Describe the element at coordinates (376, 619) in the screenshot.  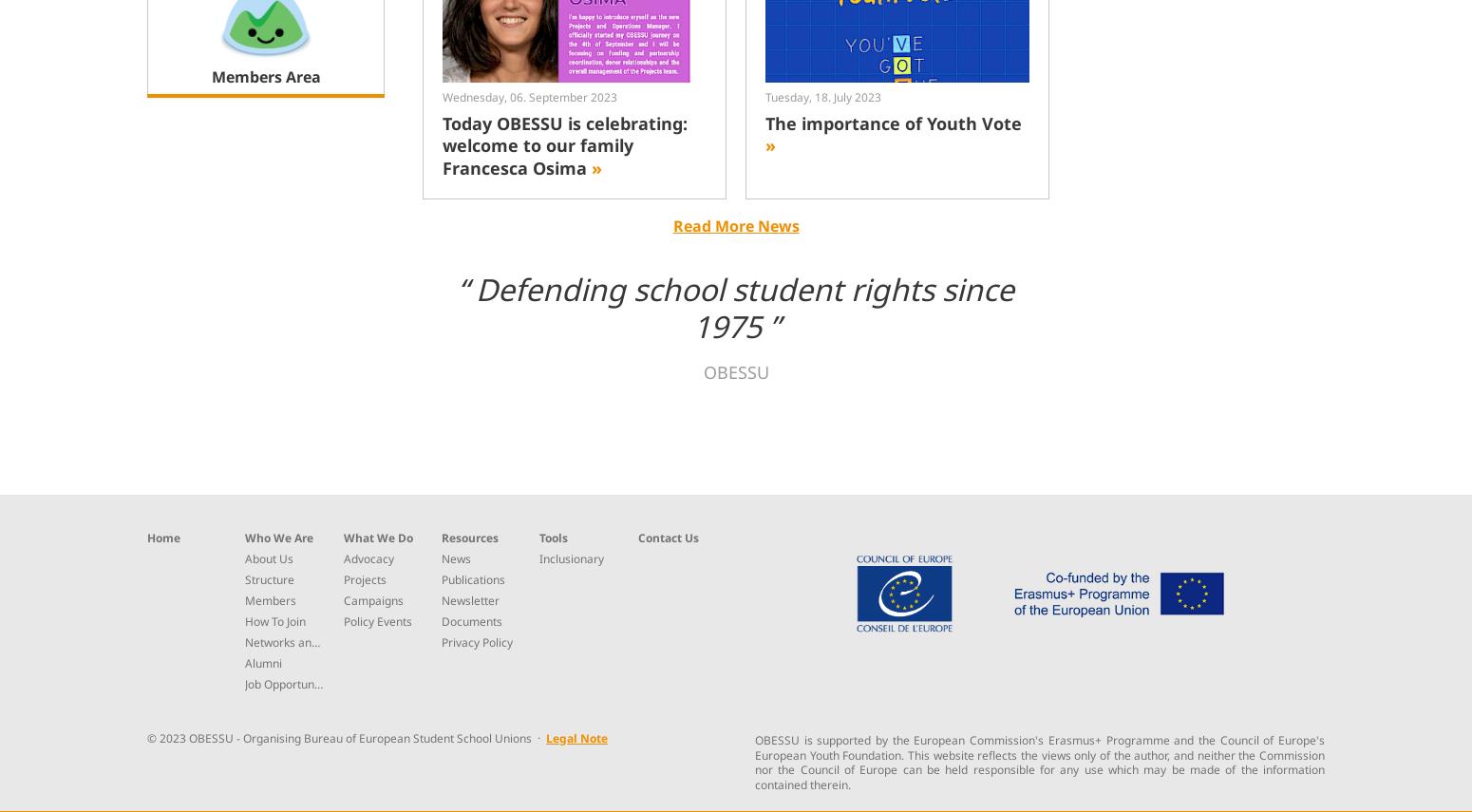
I see `'Policy Events'` at that location.